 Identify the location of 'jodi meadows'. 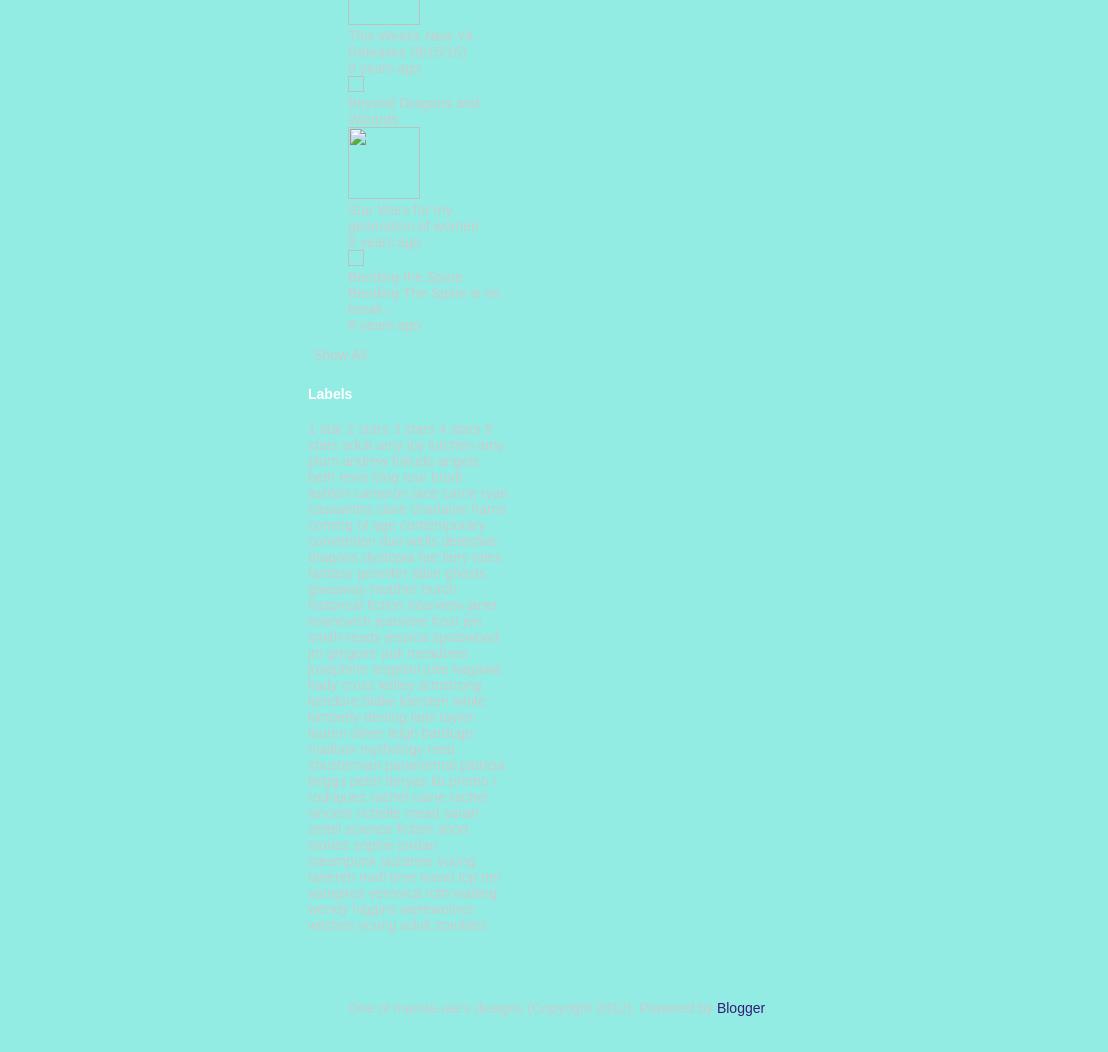
(423, 652).